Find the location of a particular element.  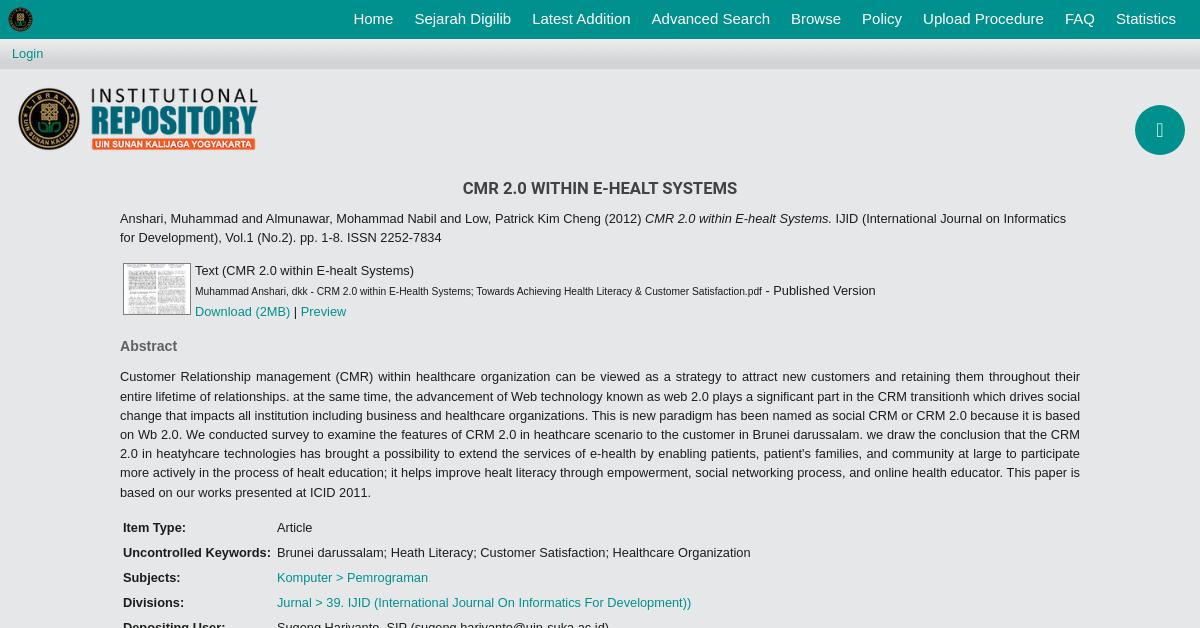

'Divisions:' is located at coordinates (152, 601).